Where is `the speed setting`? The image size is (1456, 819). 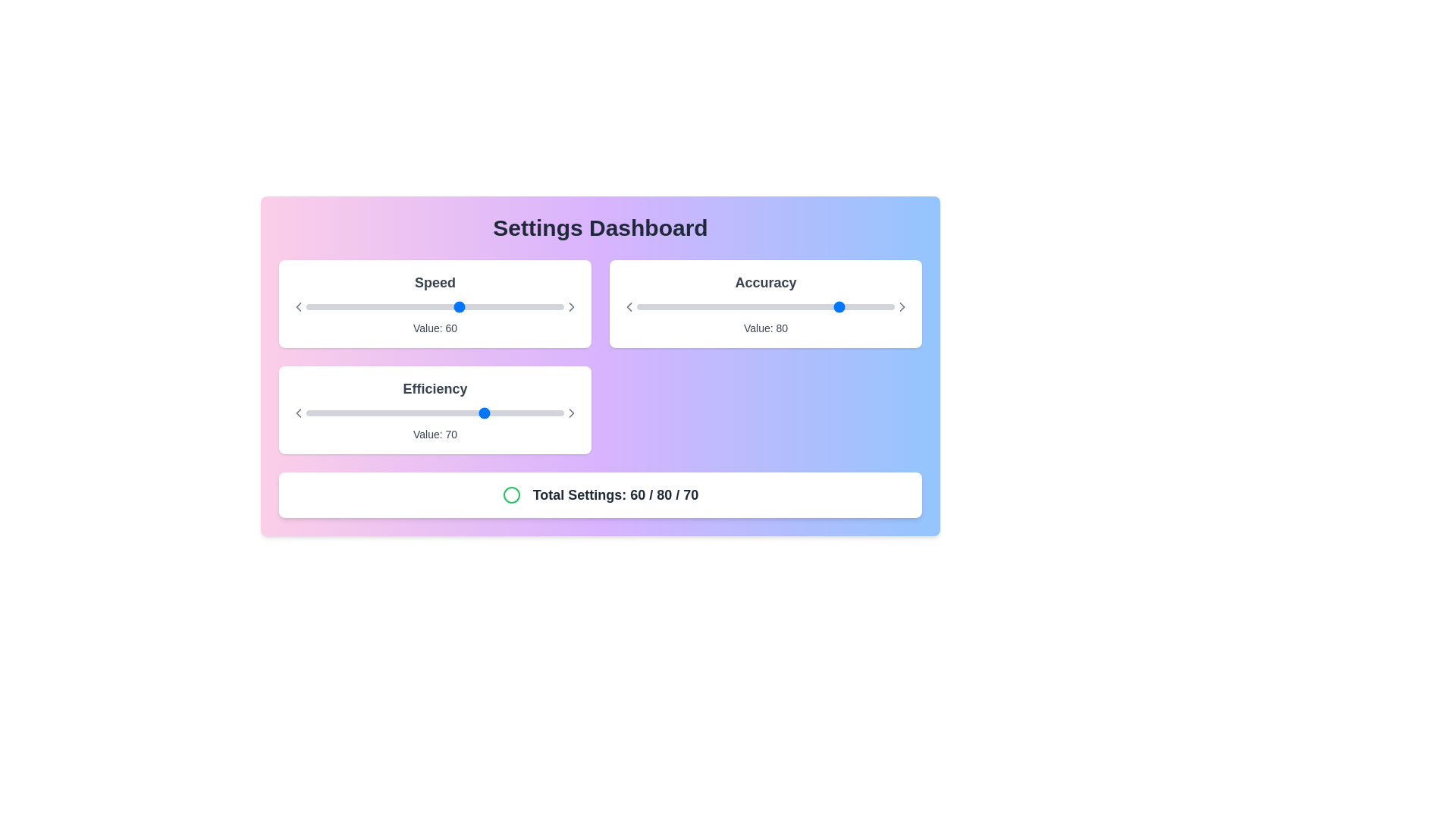 the speed setting is located at coordinates (487, 307).